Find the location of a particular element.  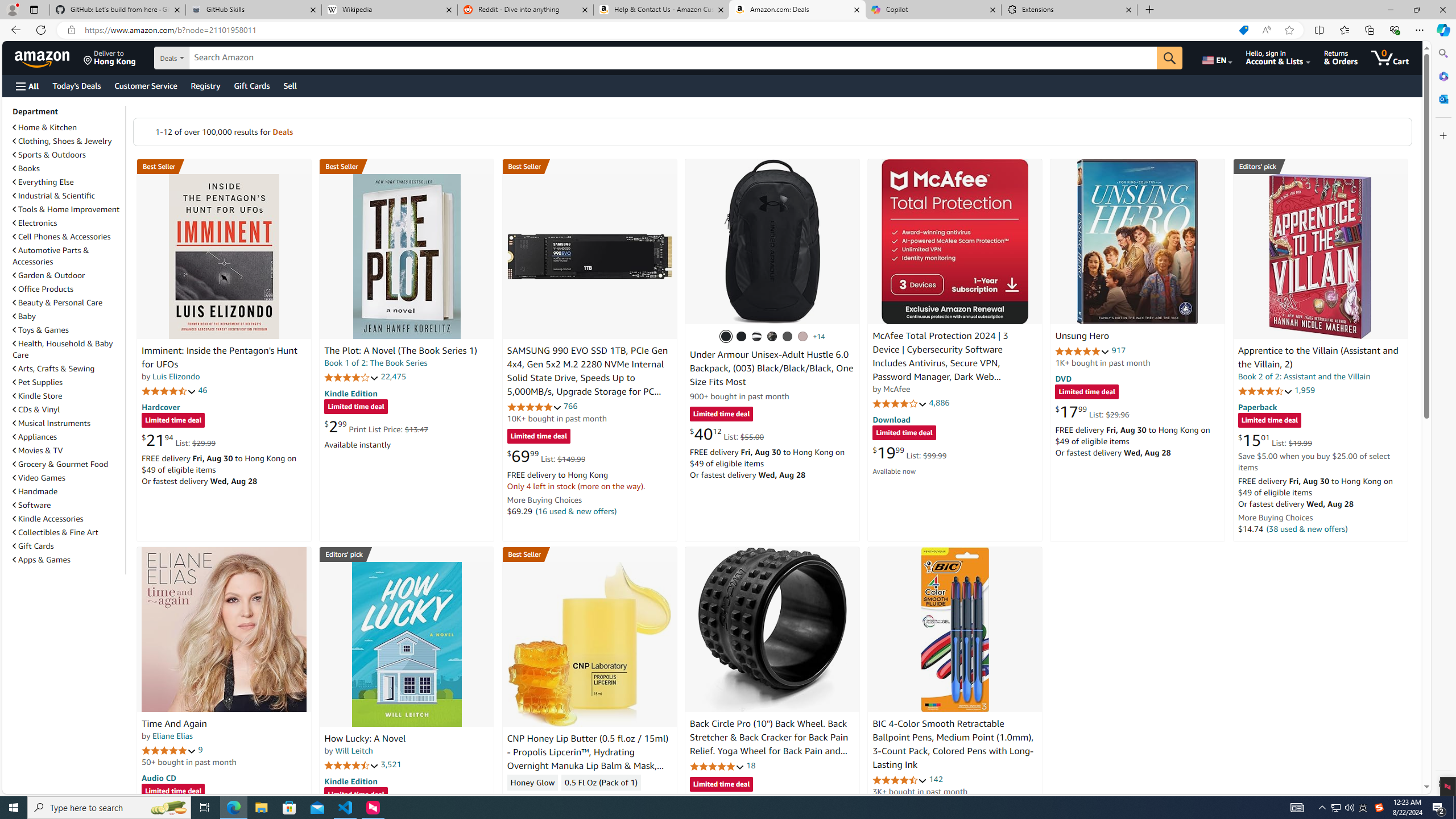

'(005) Black Full Heather / Black / Metallic Gold' is located at coordinates (788, 336).